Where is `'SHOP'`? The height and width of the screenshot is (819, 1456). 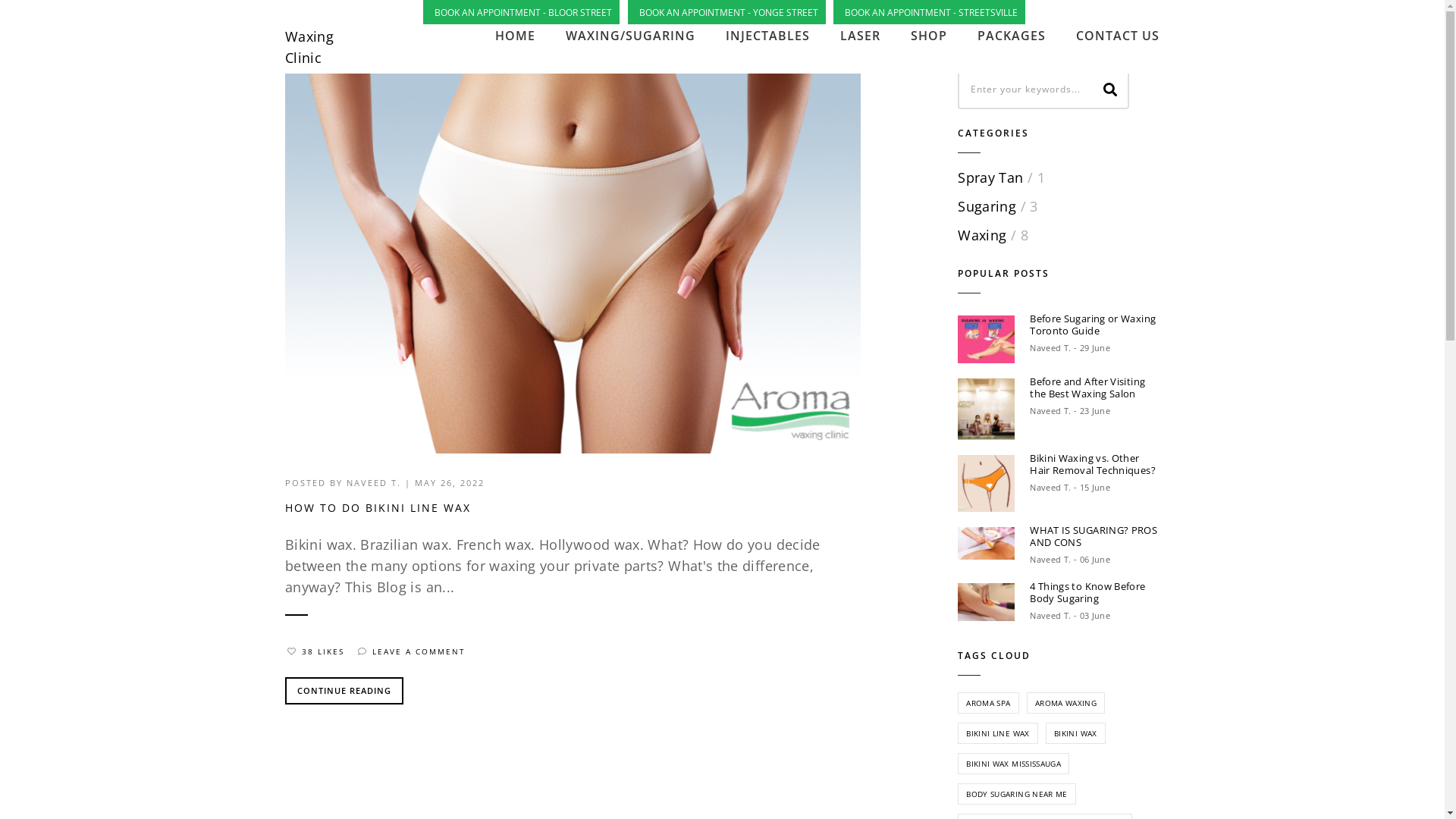
'SHOP' is located at coordinates (927, 35).